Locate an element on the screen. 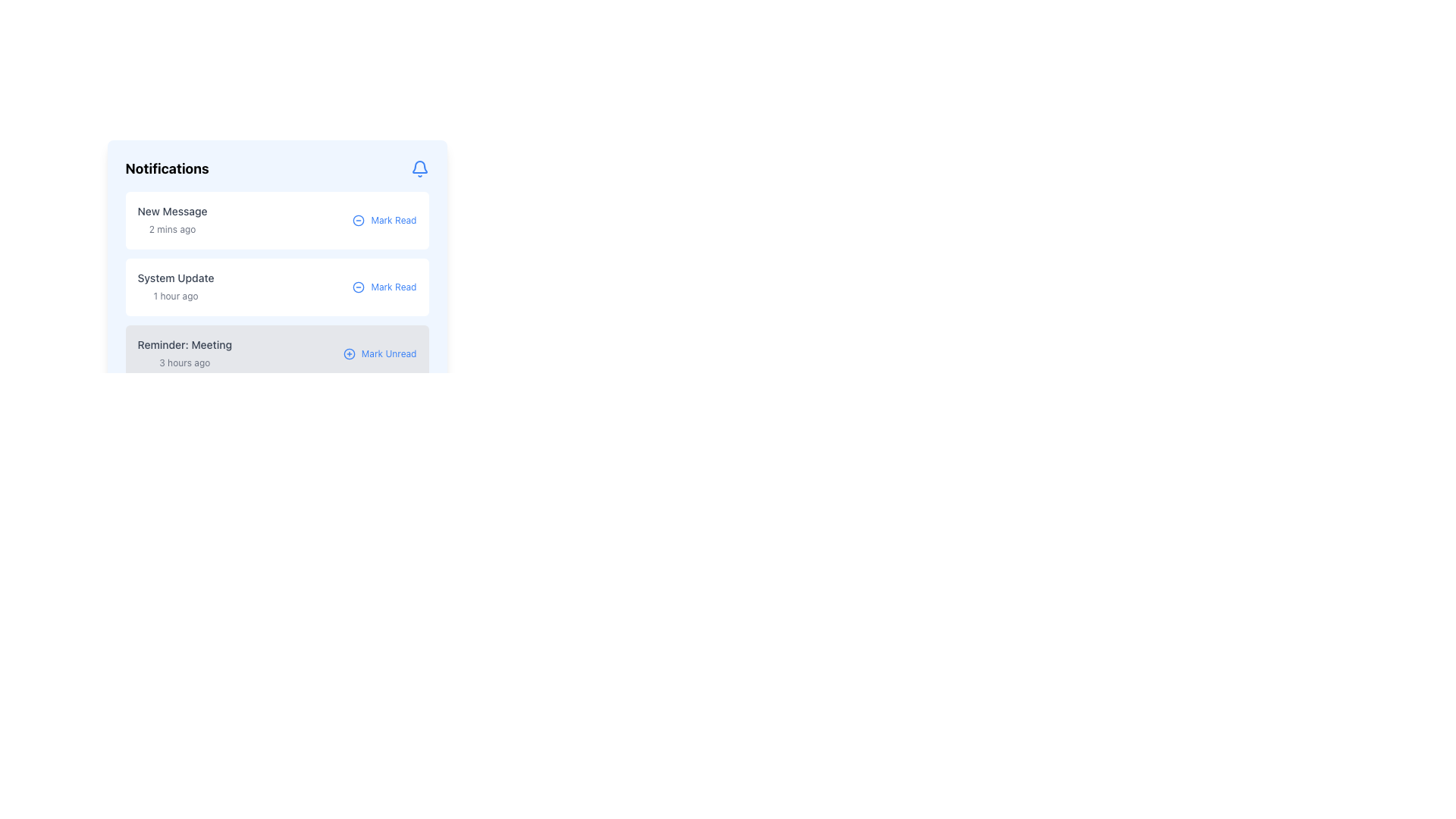 The image size is (1456, 819). the decorative circular outline of the plus icon located in the 'Mark Unread' section of the 'Reminder: Meeting' notification is located at coordinates (348, 353).